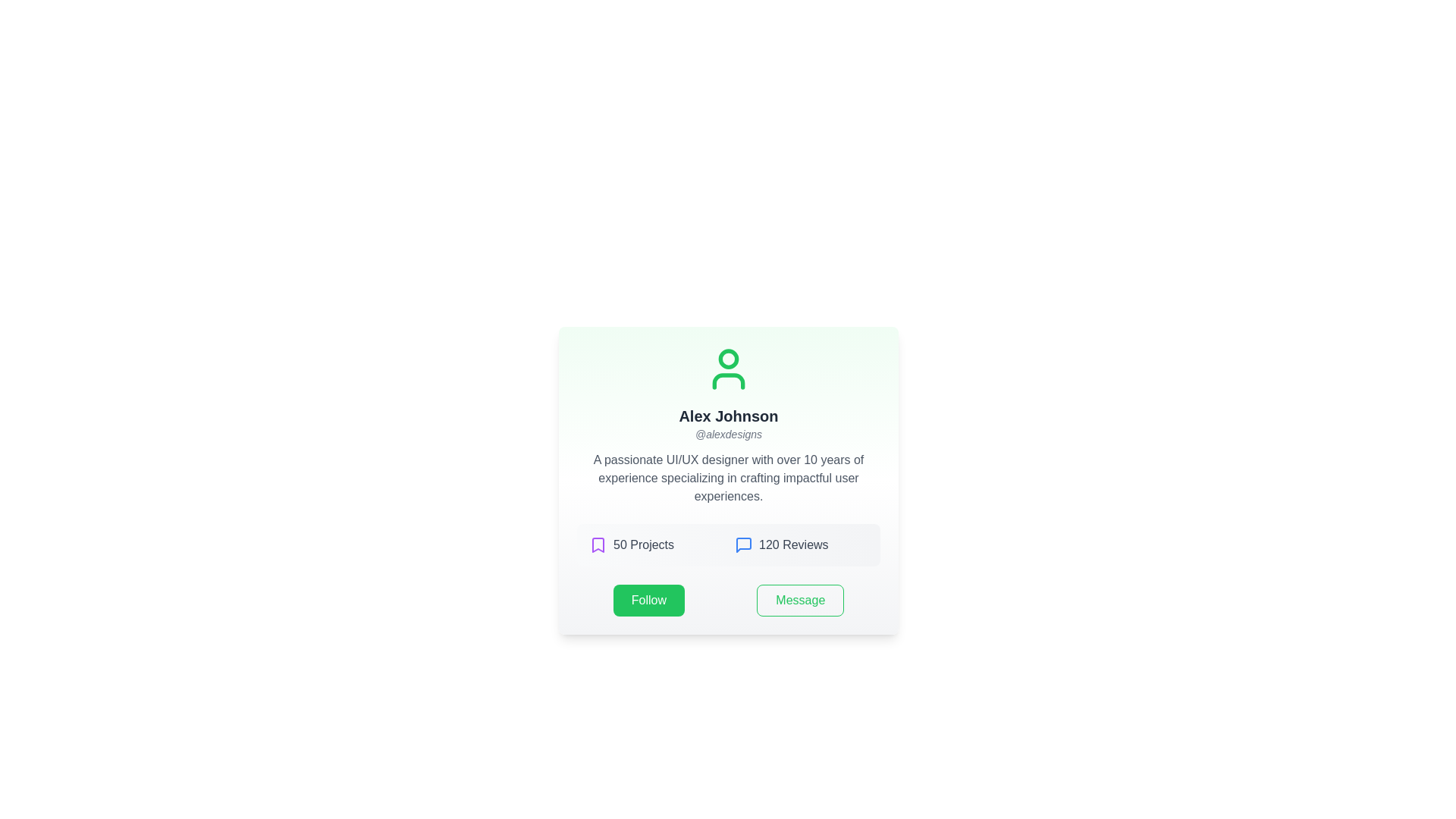  I want to click on the icon representing 'projects', located to the left of the text '50 Projects', so click(597, 544).